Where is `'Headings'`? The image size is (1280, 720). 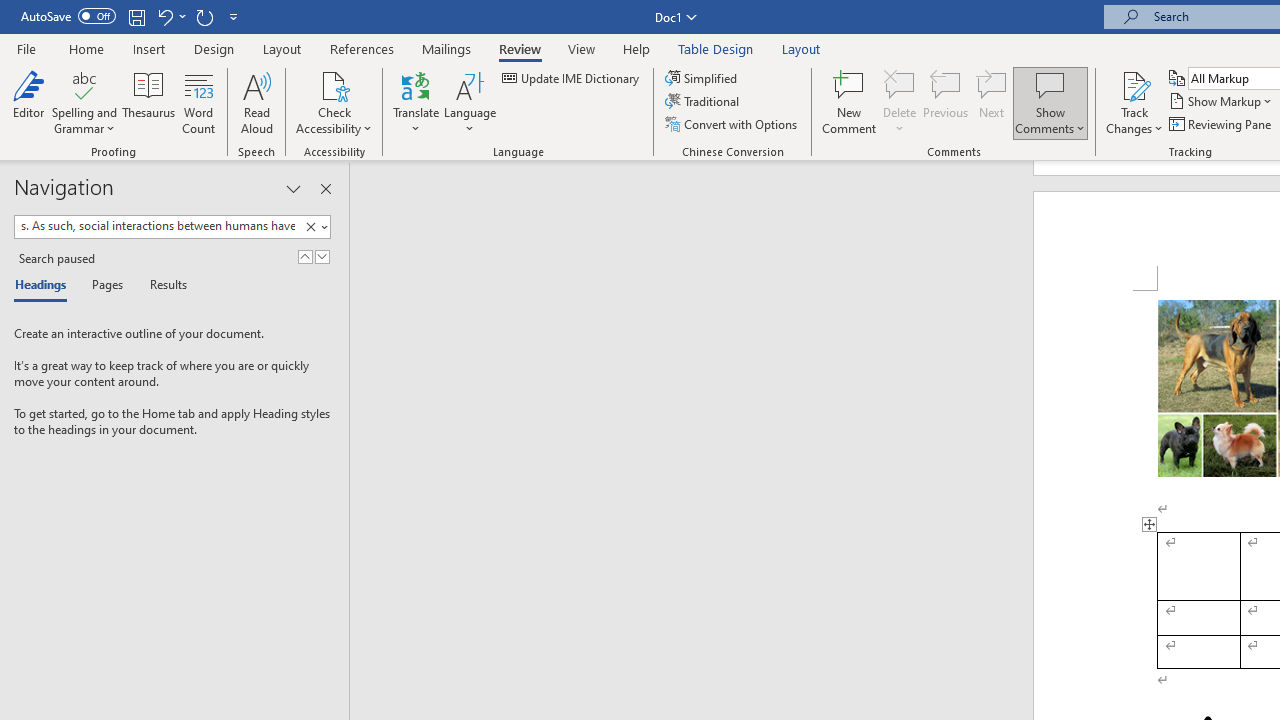 'Headings' is located at coordinates (45, 286).